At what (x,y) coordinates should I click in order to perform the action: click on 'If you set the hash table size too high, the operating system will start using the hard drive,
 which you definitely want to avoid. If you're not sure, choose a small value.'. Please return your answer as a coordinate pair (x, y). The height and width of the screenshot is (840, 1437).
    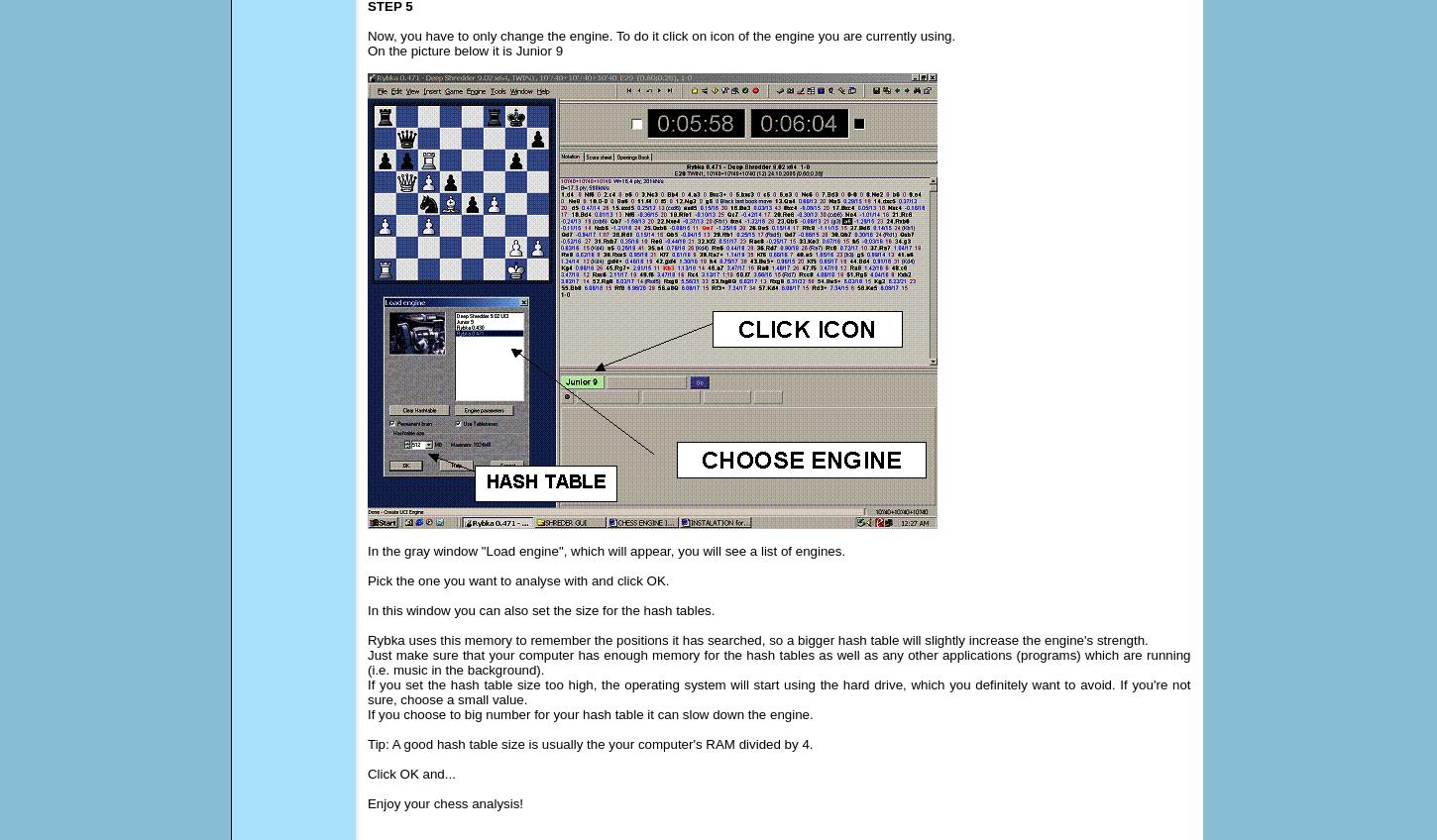
    Looking at the image, I should click on (778, 692).